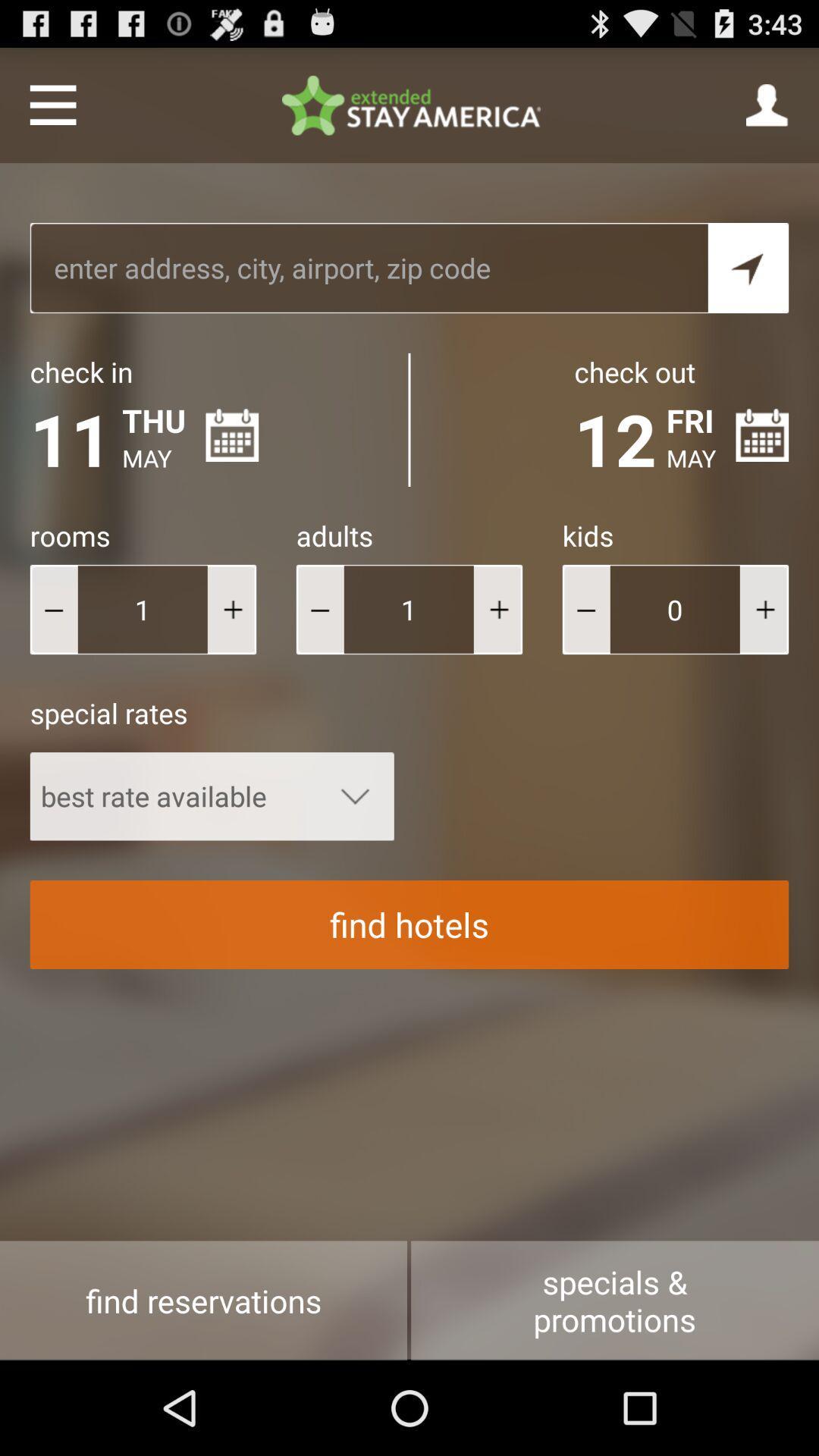 The image size is (819, 1456). Describe the element at coordinates (764, 609) in the screenshot. I see `increase number of kids` at that location.